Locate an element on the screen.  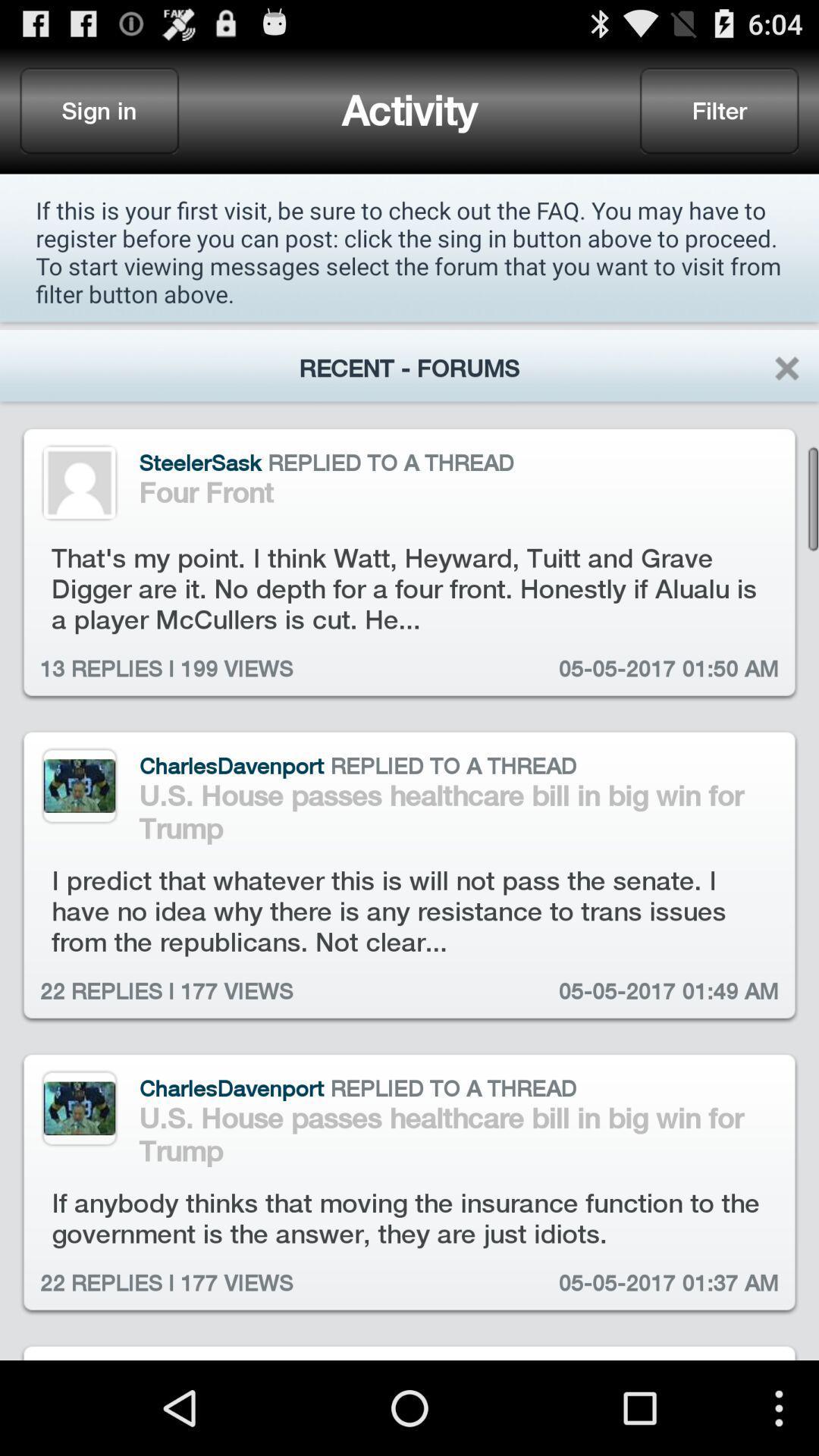
profile is located at coordinates (79, 482).